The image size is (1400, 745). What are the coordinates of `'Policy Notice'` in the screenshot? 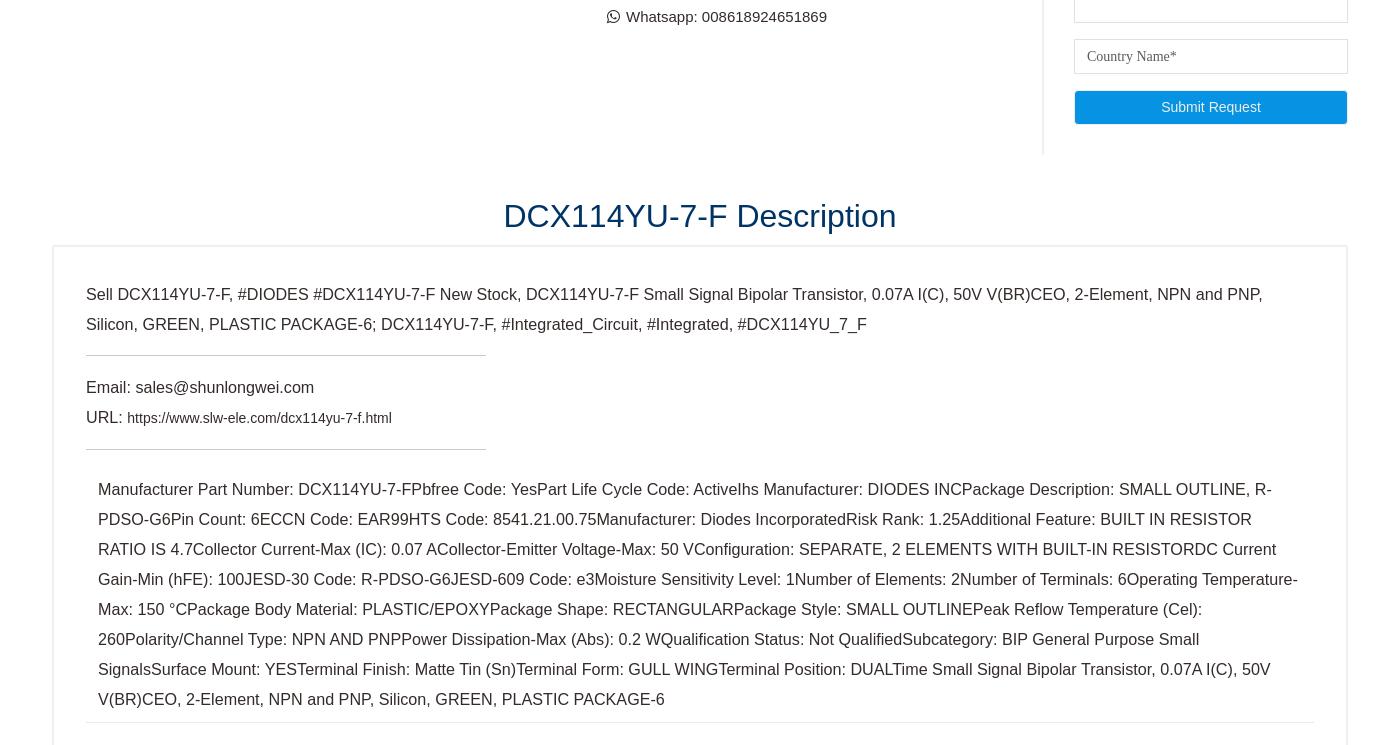 It's located at (534, 47).